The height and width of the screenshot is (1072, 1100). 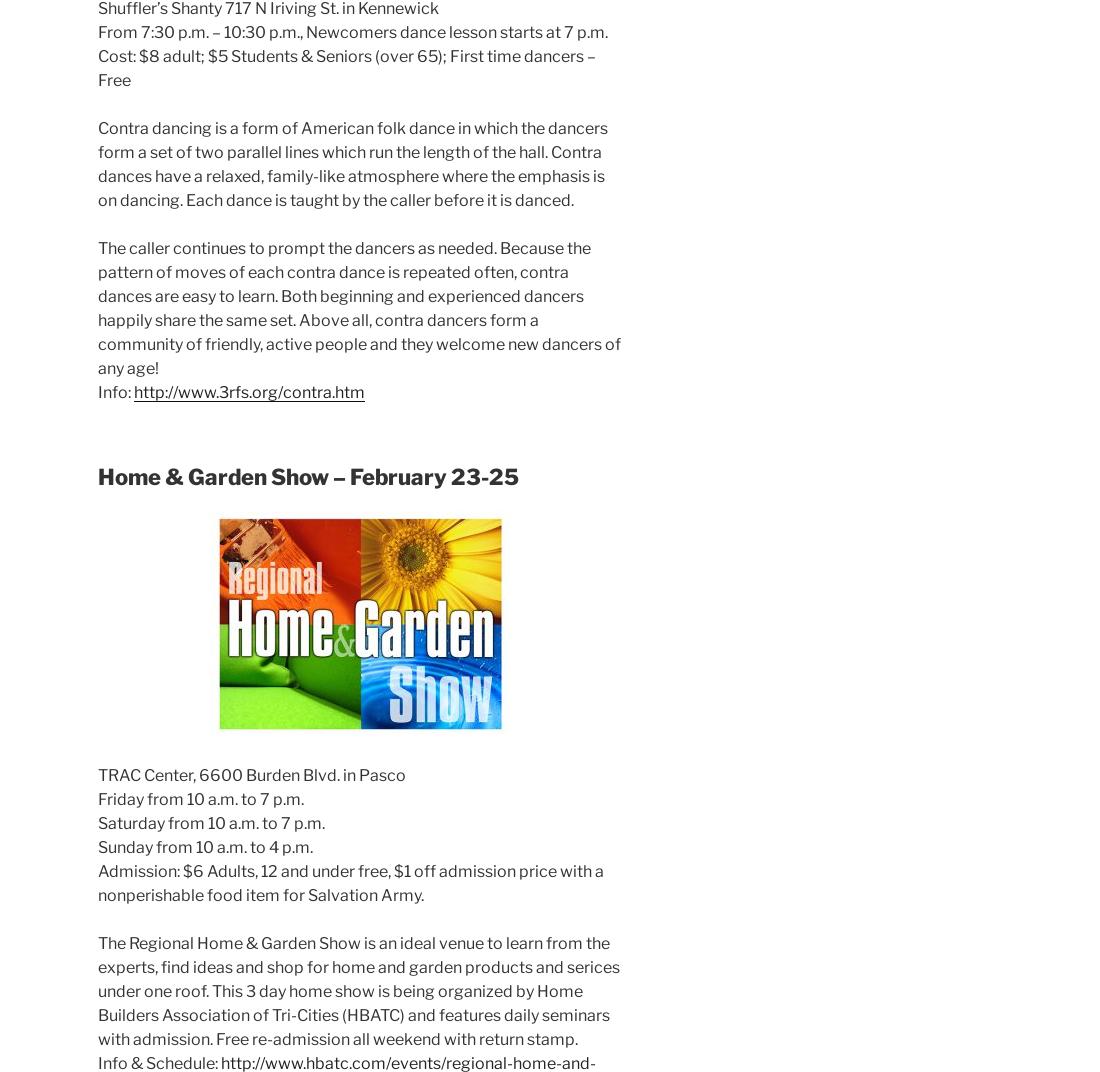 I want to click on 'Cost: $8 adult; $5 Students & Seniors (over 65); First time dancers – Free', so click(x=347, y=68).